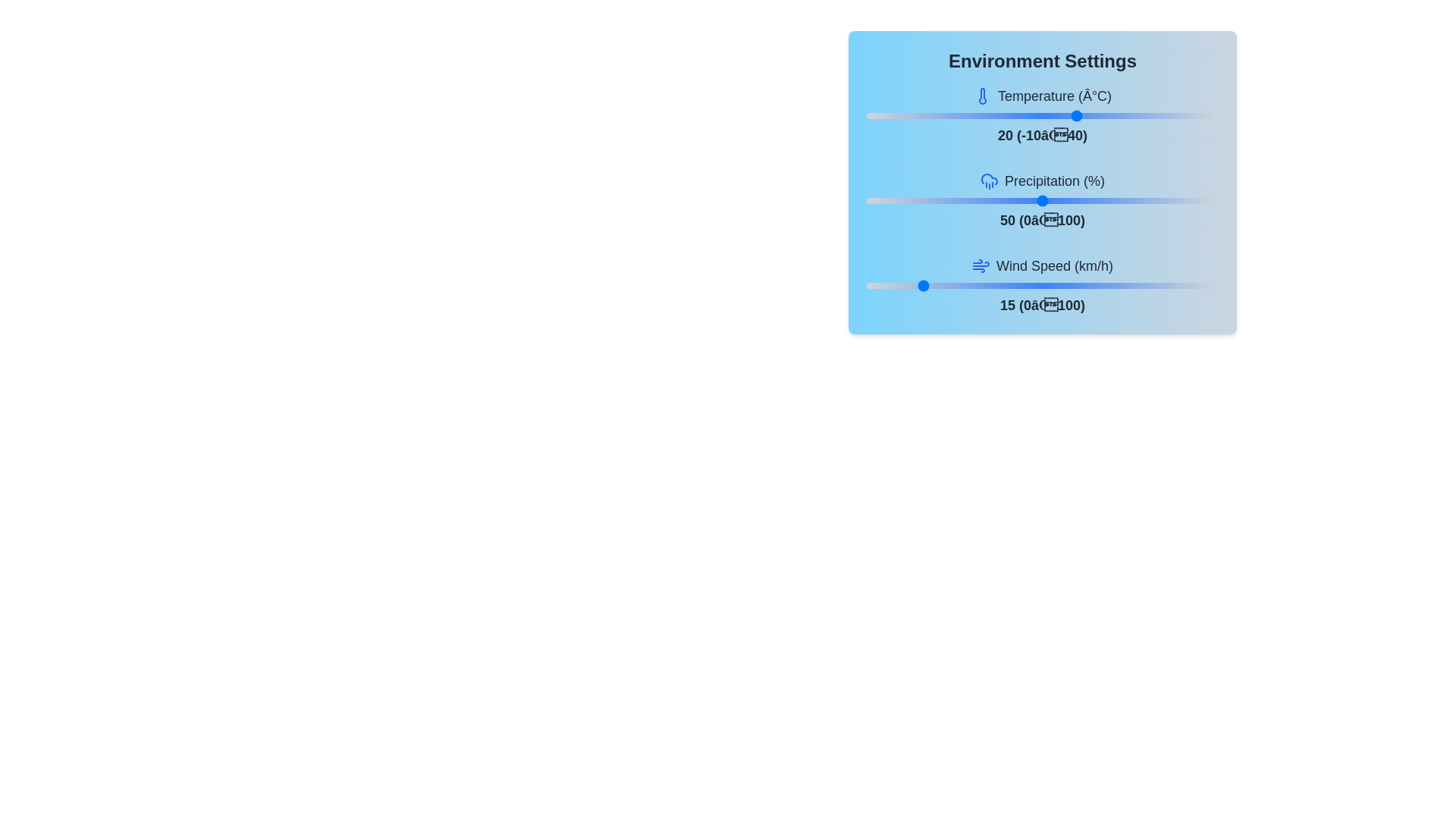 The height and width of the screenshot is (819, 1456). What do you see at coordinates (1041, 61) in the screenshot?
I see `the Text label that serves as the title for the environment settings interface, positioned at the upper edge of the card` at bounding box center [1041, 61].